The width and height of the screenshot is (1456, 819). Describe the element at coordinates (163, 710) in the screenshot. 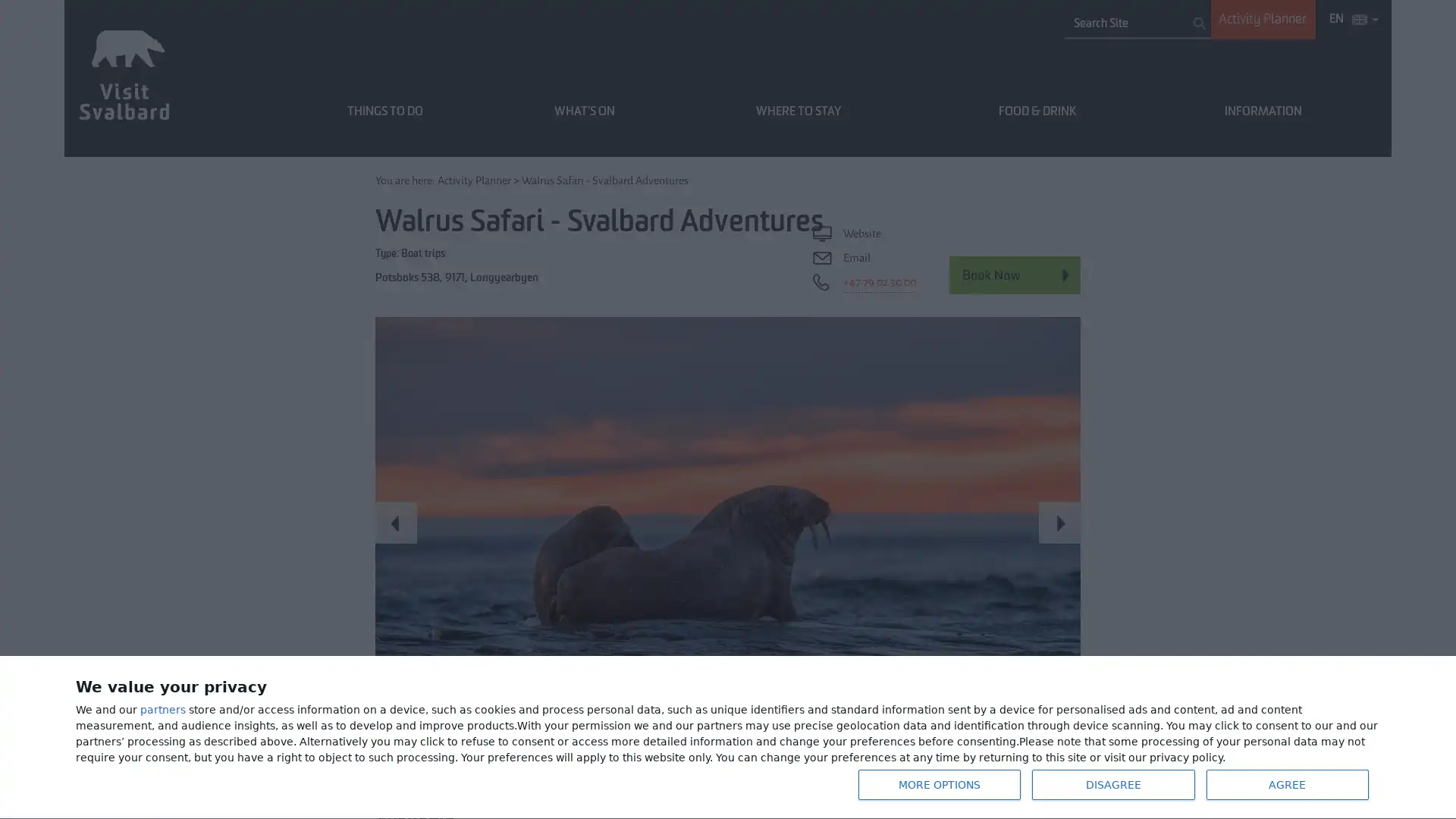

I see `partners` at that location.